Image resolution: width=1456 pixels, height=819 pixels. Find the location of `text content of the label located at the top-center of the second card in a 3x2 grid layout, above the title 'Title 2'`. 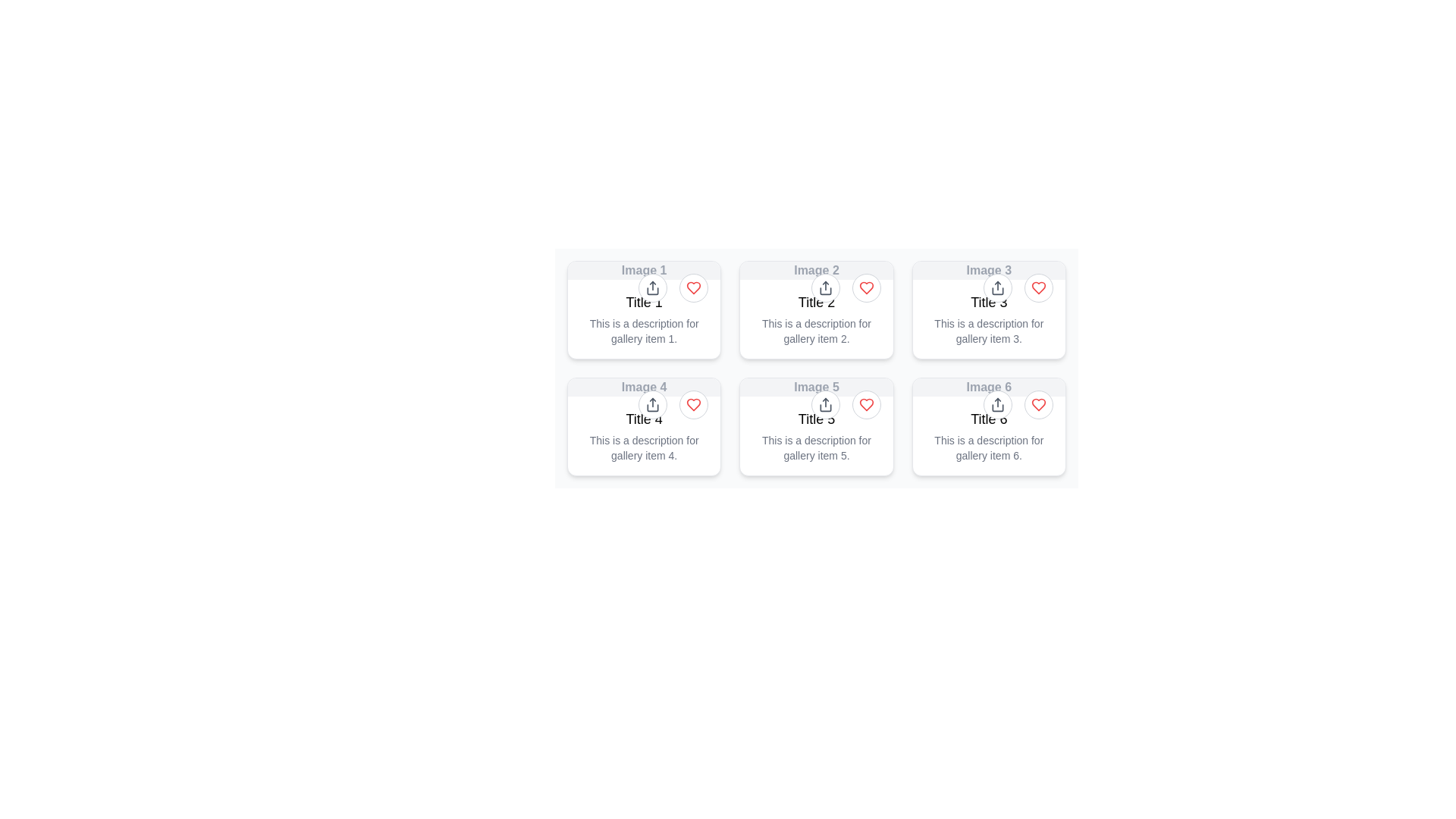

text content of the label located at the top-center of the second card in a 3x2 grid layout, above the title 'Title 2' is located at coordinates (815, 270).